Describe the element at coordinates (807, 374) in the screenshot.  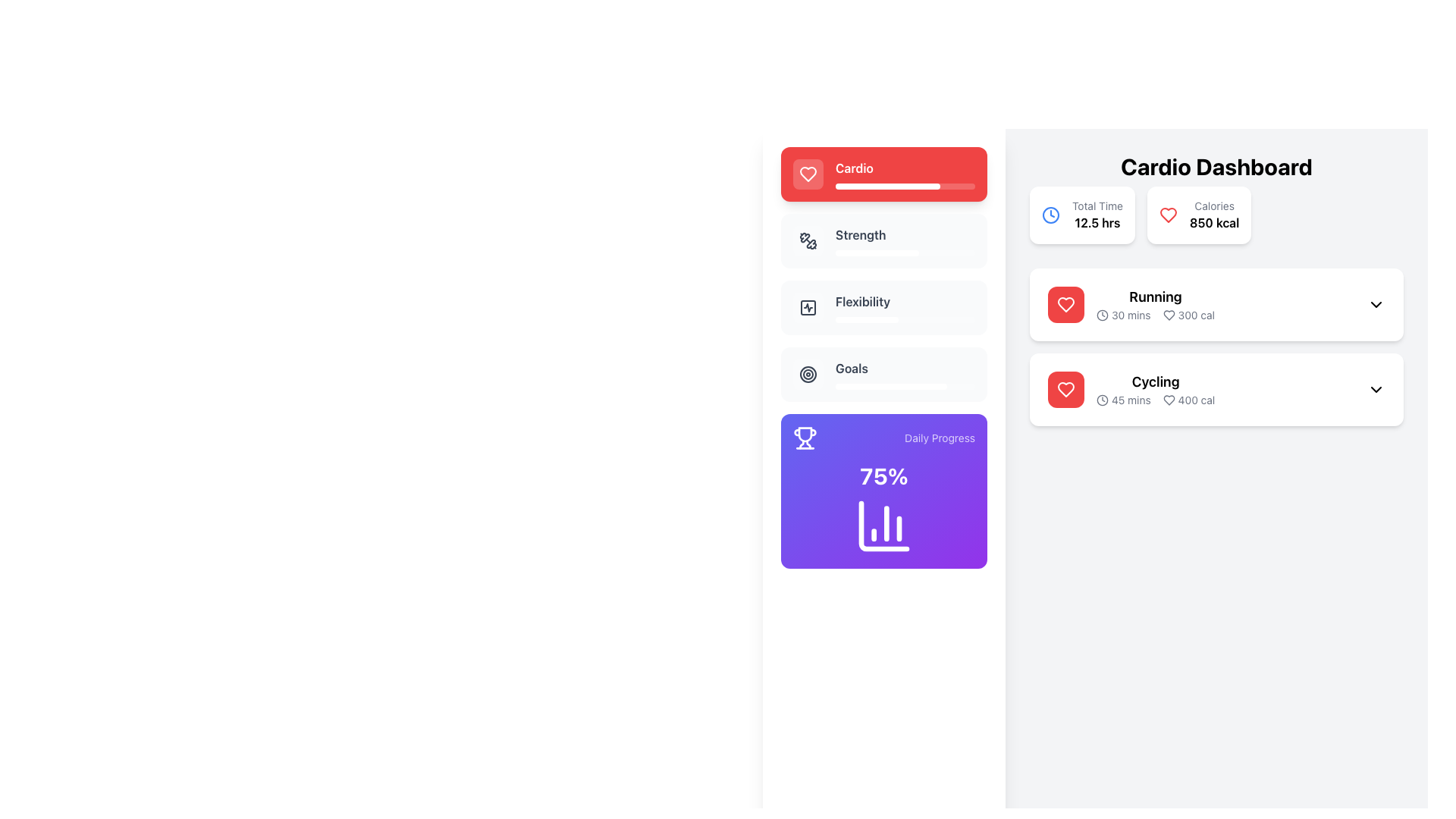
I see `the decorative circular shape within the SVG graphic that forms part of the target icon in the 'Goals' section of the sidebar` at that location.